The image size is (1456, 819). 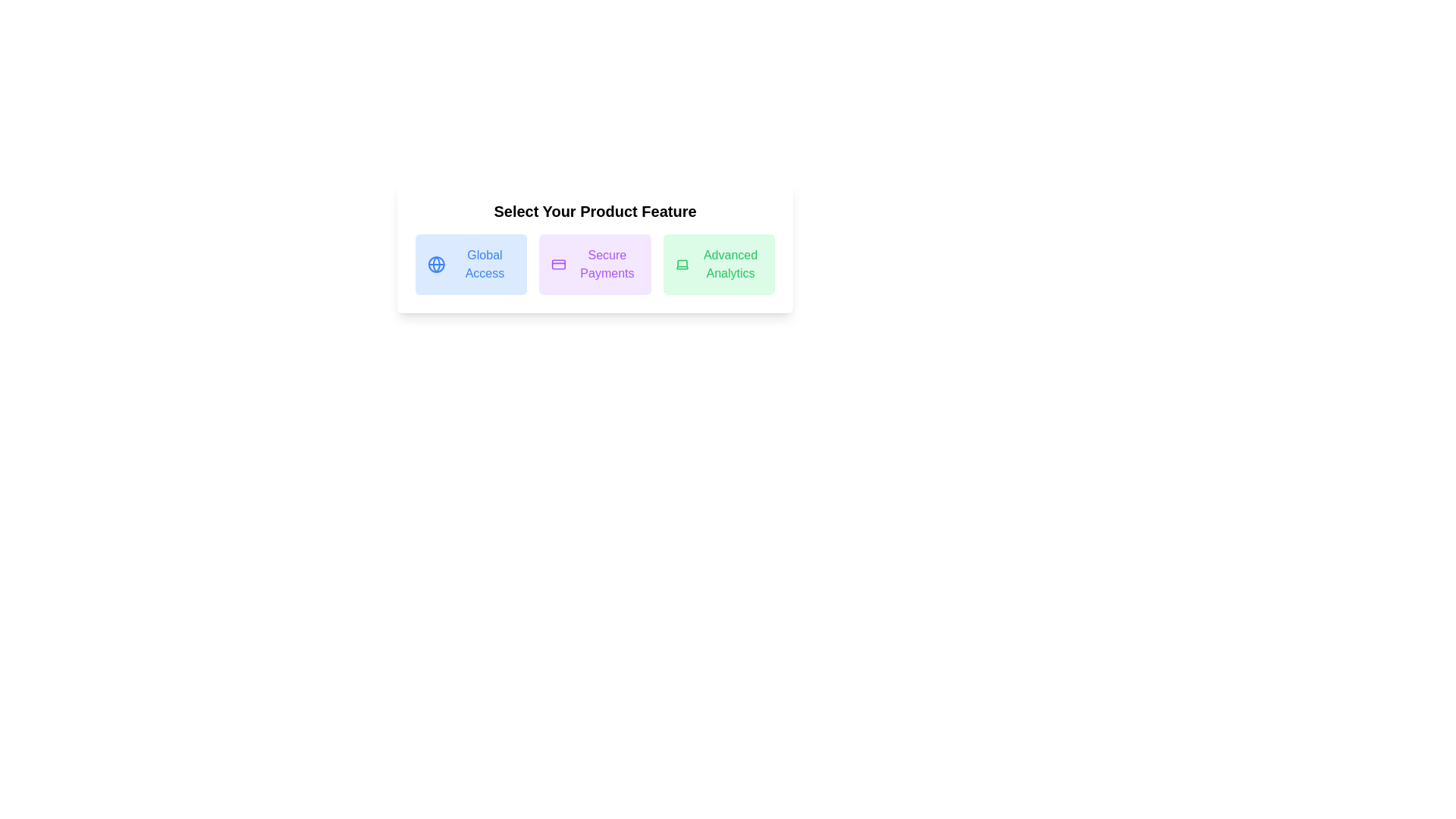 I want to click on the 'Global Access' icon, which is the first item in a horizontal group of three options in the product feature selection interface, so click(x=435, y=263).